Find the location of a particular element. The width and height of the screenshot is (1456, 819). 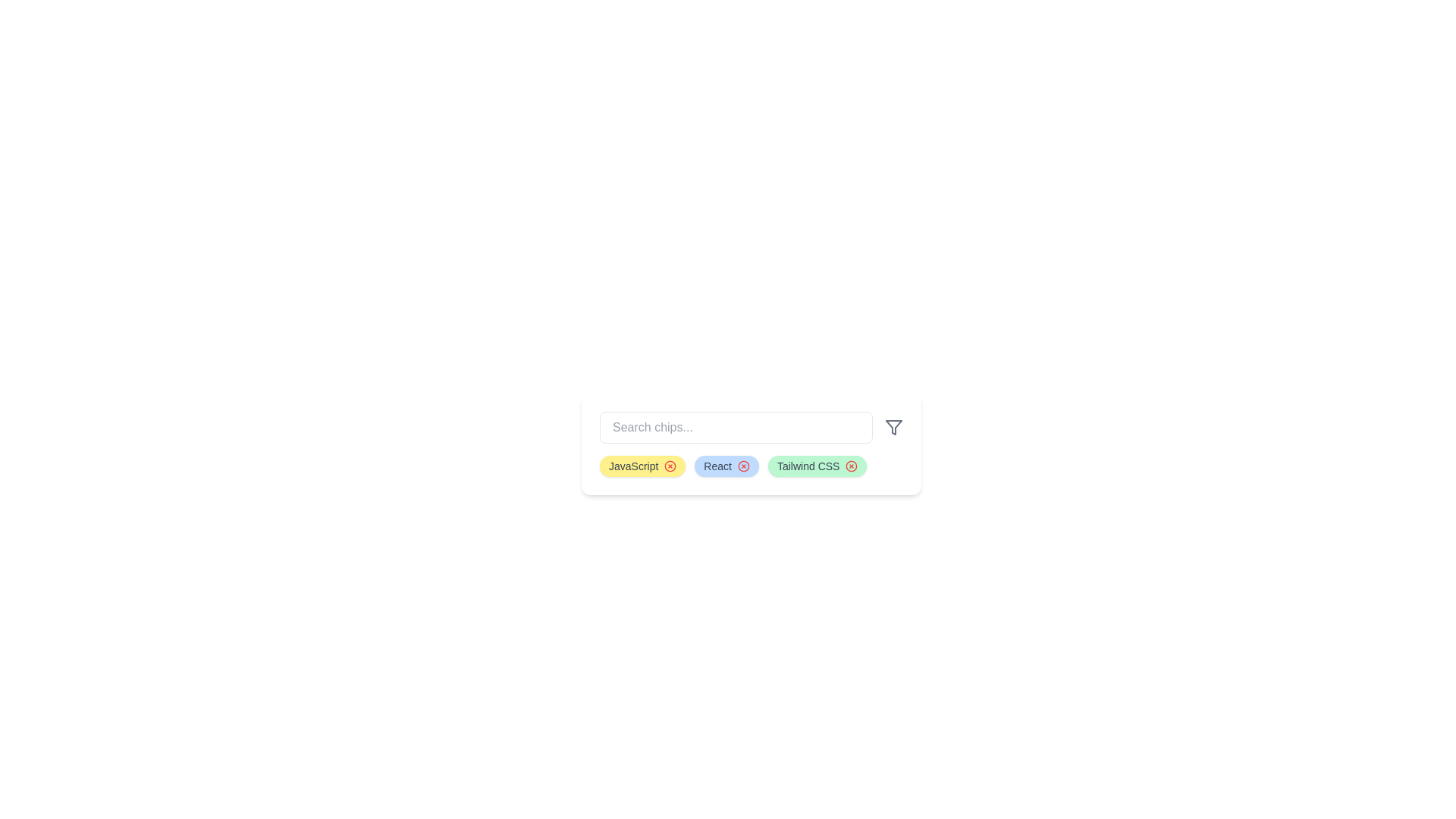

the chip with label Tailwind CSS to visually identify it is located at coordinates (817, 465).